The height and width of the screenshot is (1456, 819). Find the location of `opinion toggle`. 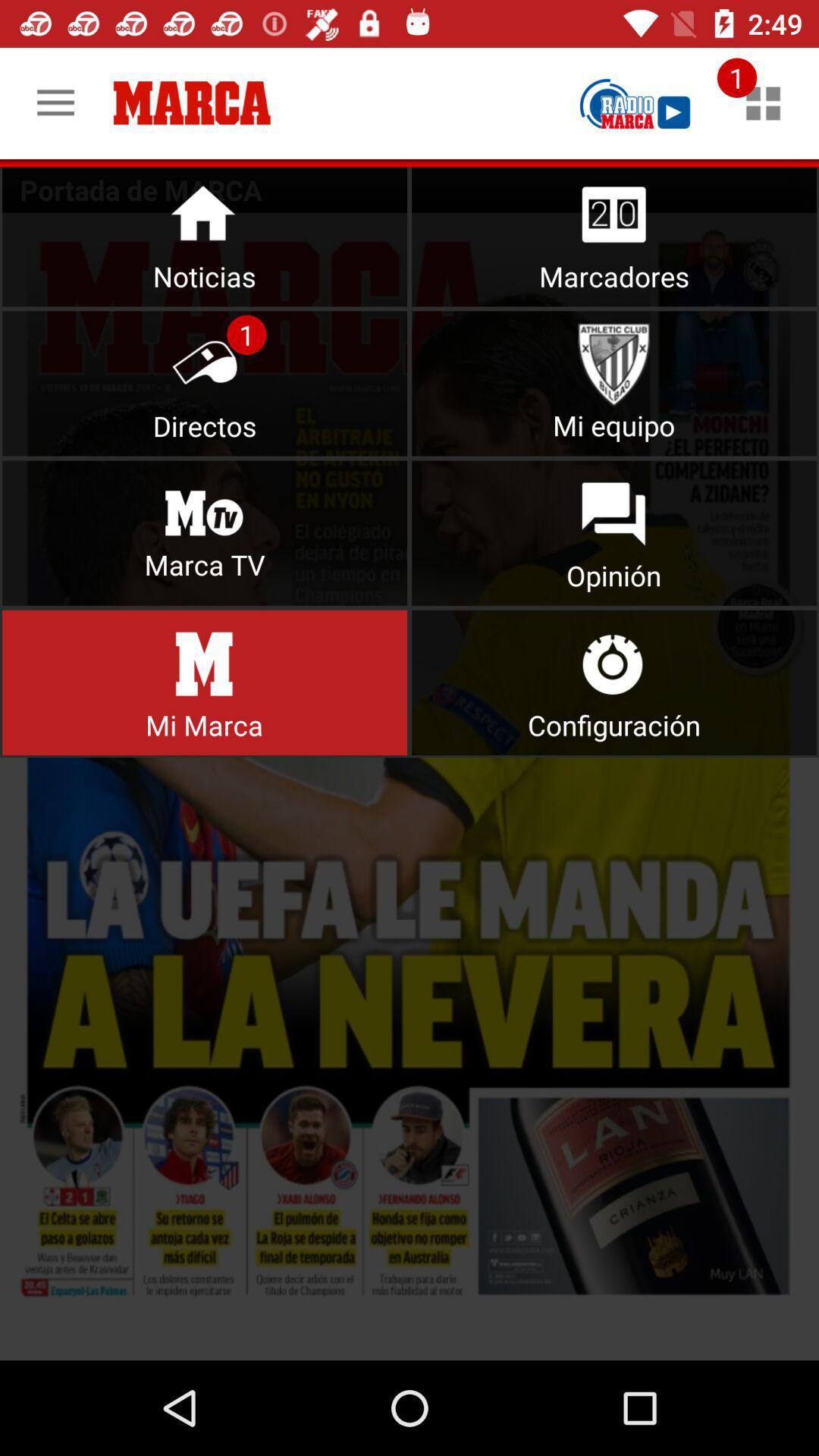

opinion toggle is located at coordinates (614, 533).